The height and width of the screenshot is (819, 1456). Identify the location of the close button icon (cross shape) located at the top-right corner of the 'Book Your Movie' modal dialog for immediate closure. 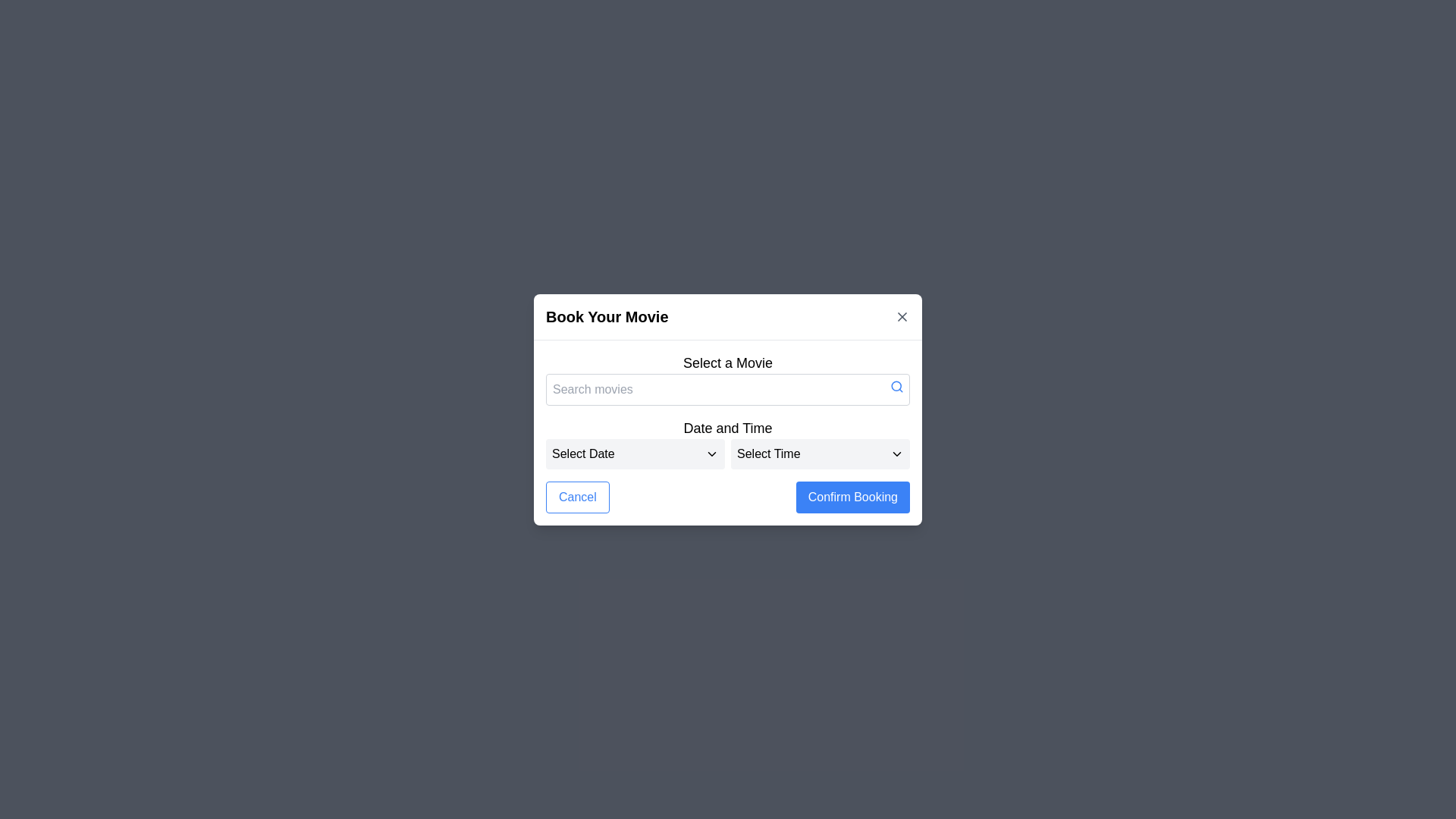
(902, 315).